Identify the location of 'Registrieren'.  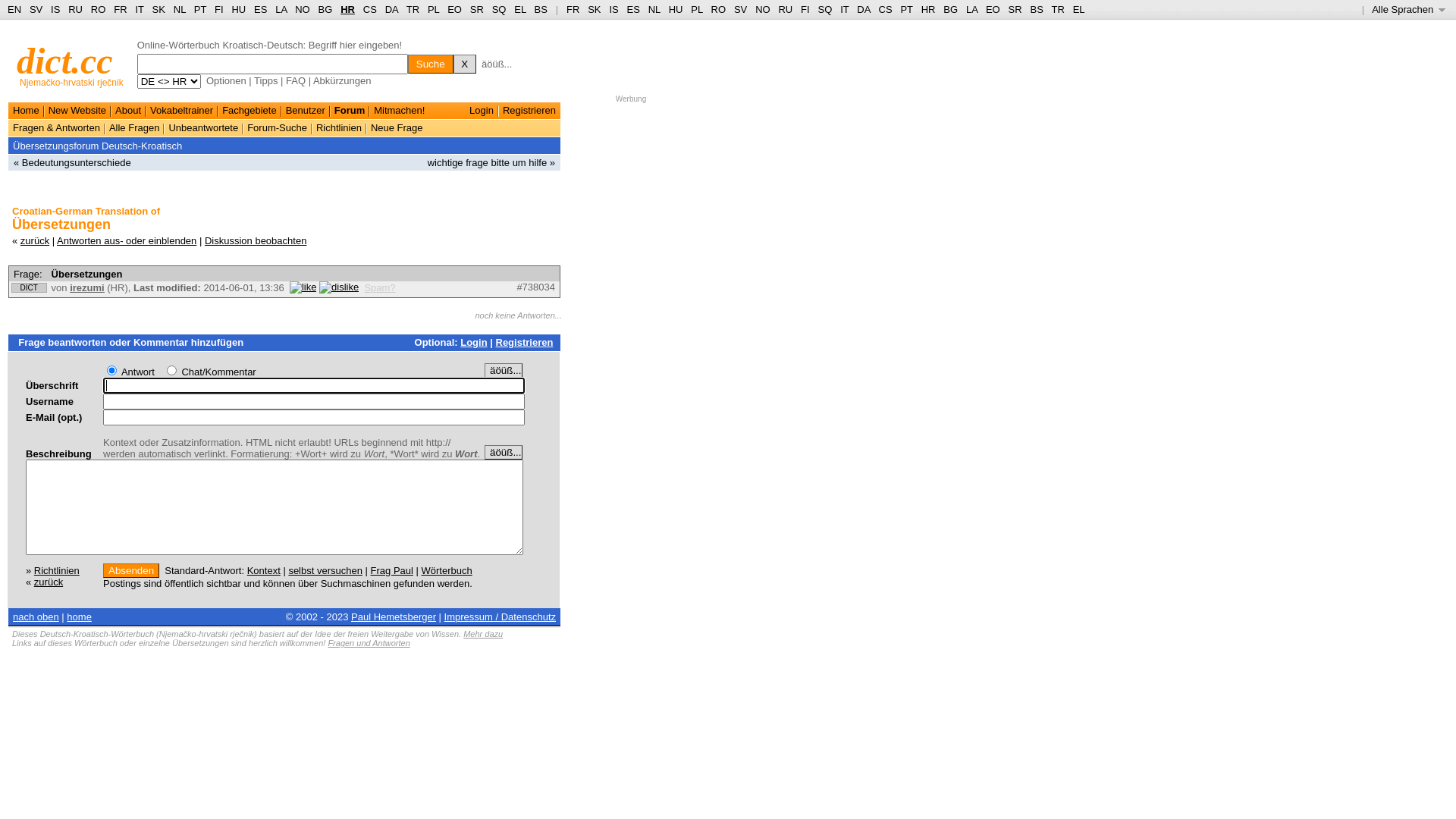
(524, 342).